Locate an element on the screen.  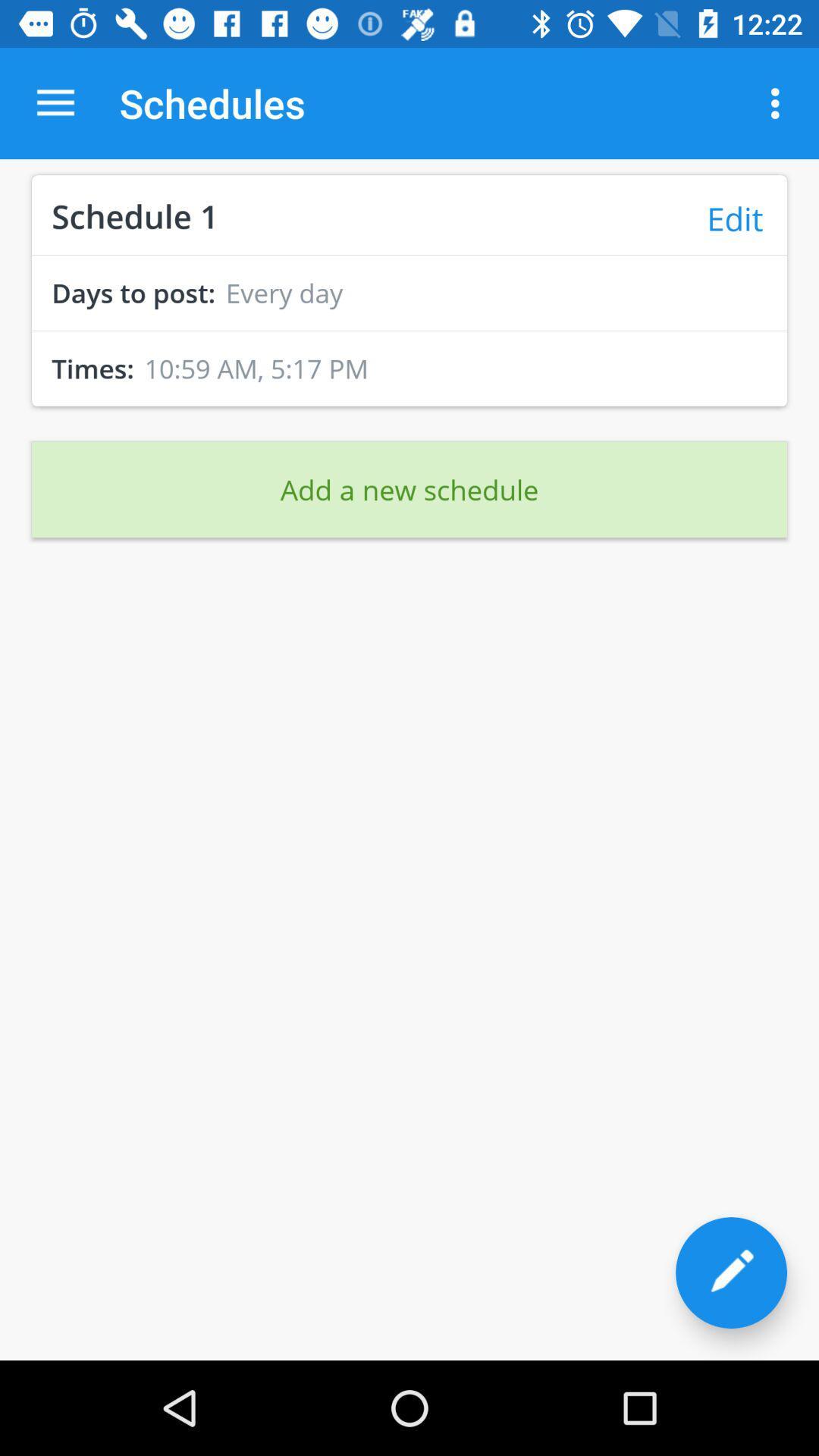
the days to post: icon is located at coordinates (127, 293).